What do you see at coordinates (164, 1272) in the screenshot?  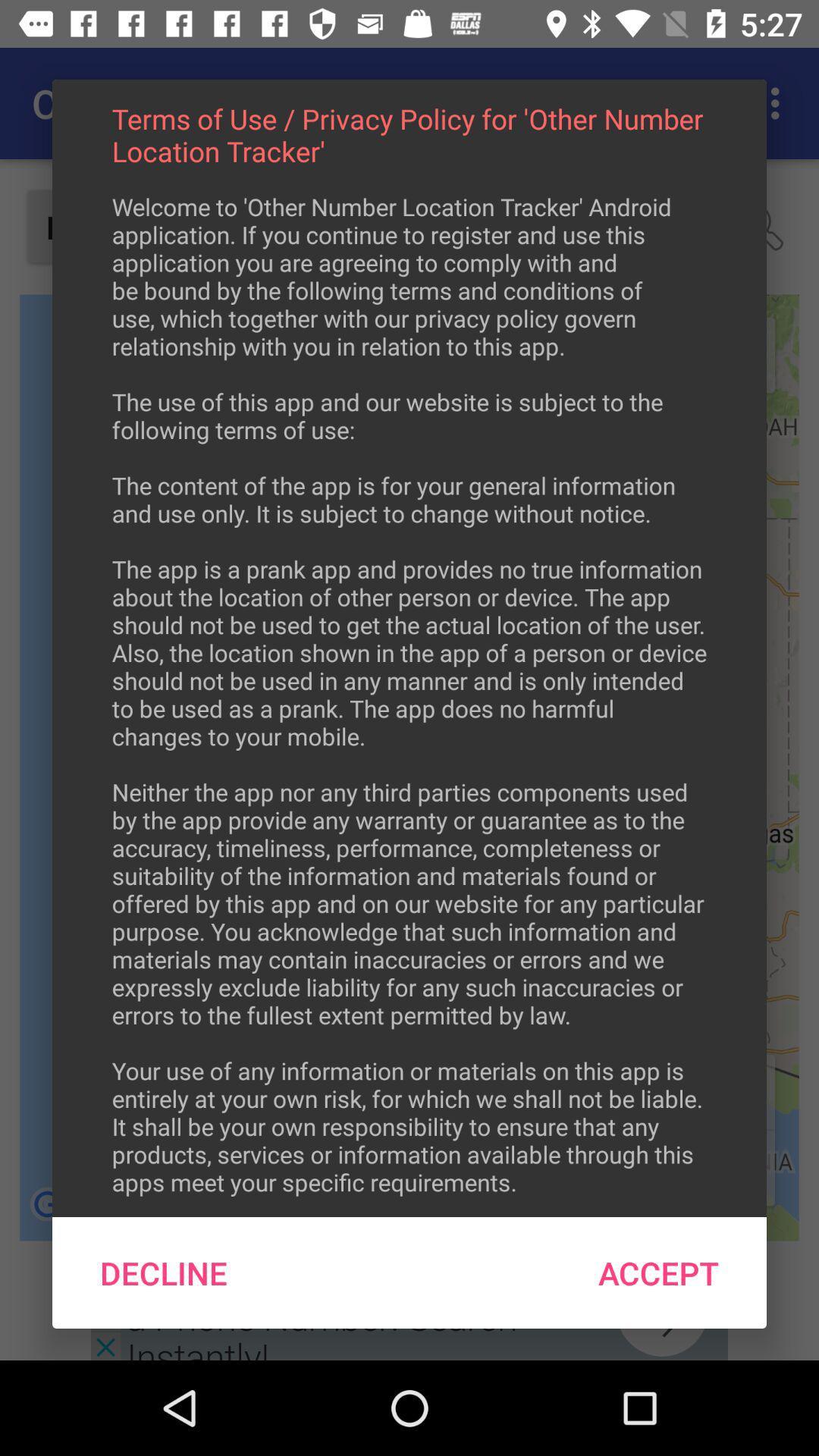 I see `decline` at bounding box center [164, 1272].